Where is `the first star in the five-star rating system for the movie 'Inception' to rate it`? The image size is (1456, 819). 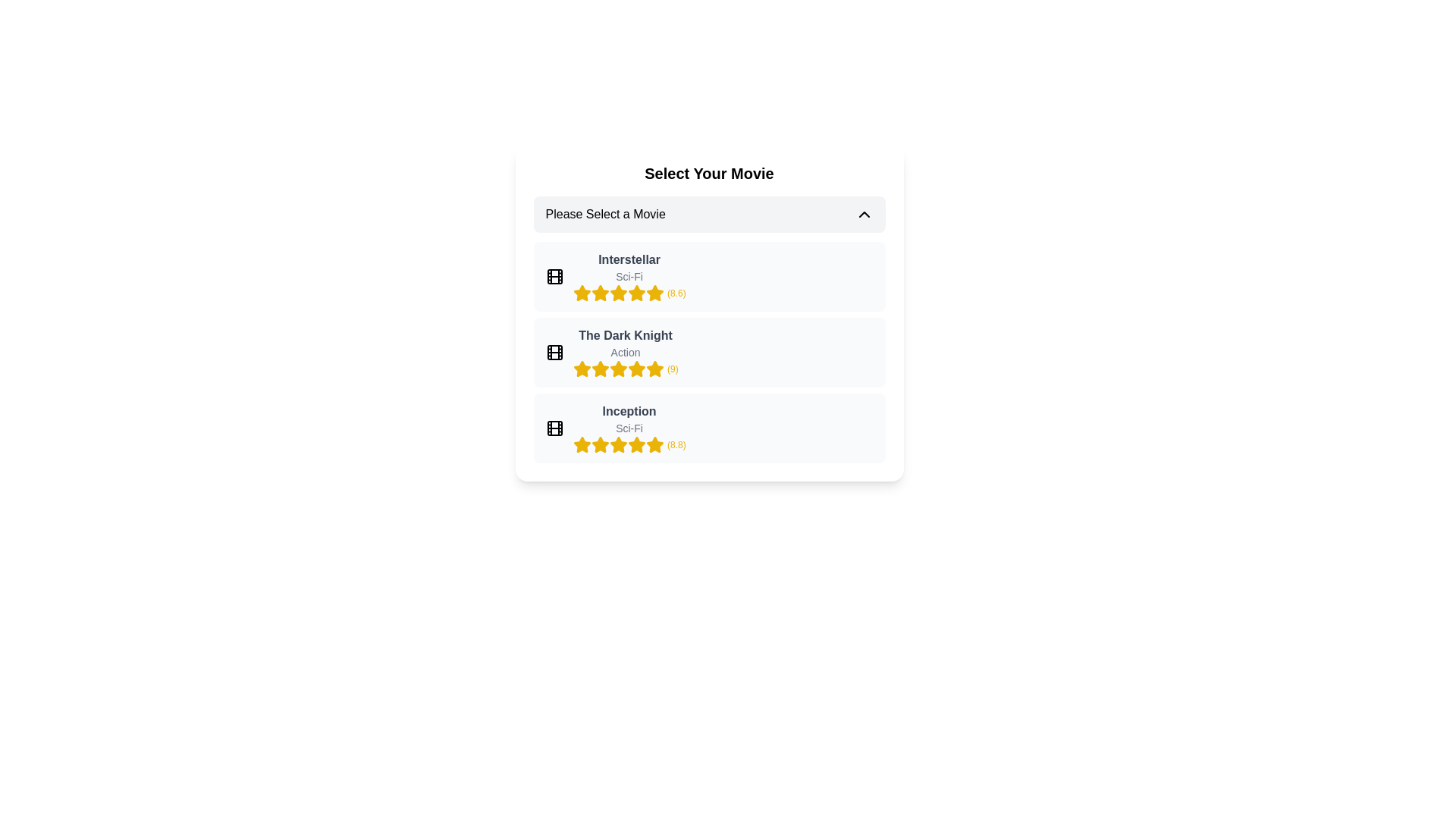
the first star in the five-star rating system for the movie 'Inception' to rate it is located at coordinates (581, 444).